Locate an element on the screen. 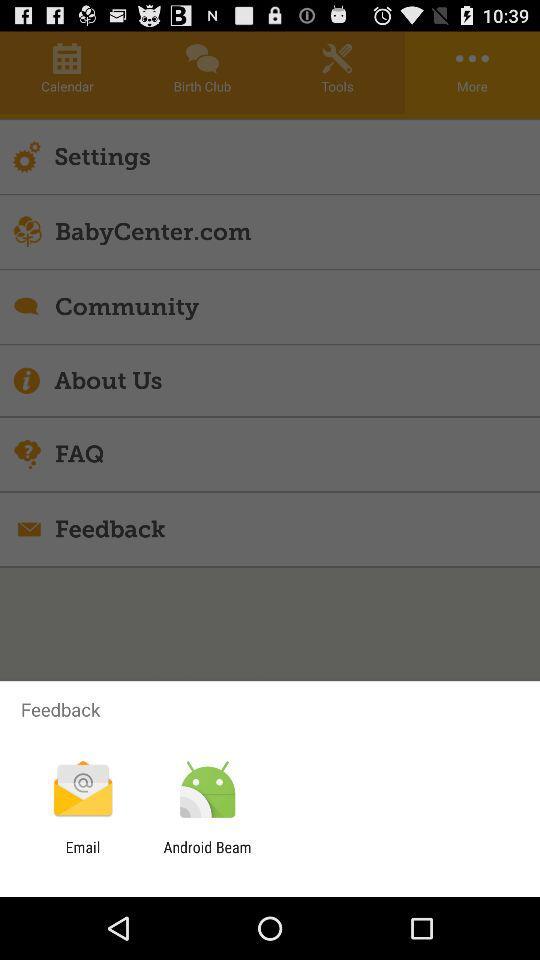 This screenshot has height=960, width=540. email is located at coordinates (82, 855).